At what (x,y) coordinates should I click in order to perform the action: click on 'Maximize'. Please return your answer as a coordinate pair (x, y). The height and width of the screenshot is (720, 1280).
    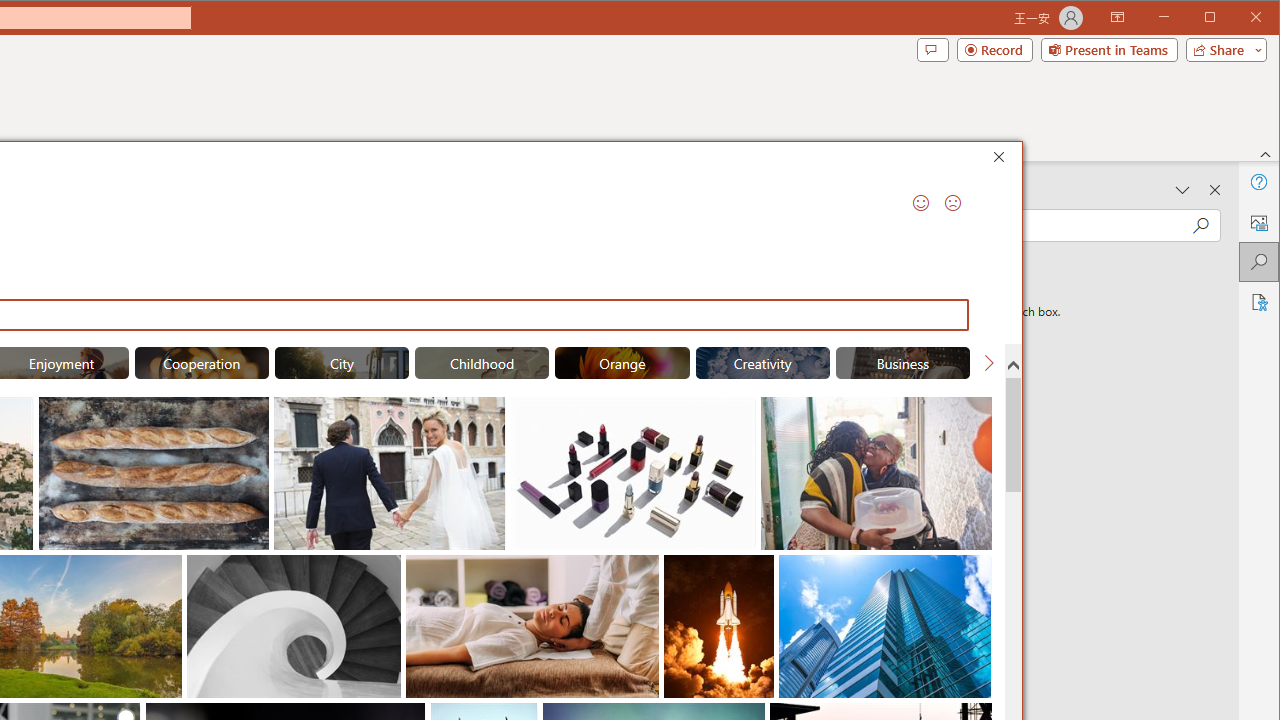
    Looking at the image, I should click on (1238, 19).